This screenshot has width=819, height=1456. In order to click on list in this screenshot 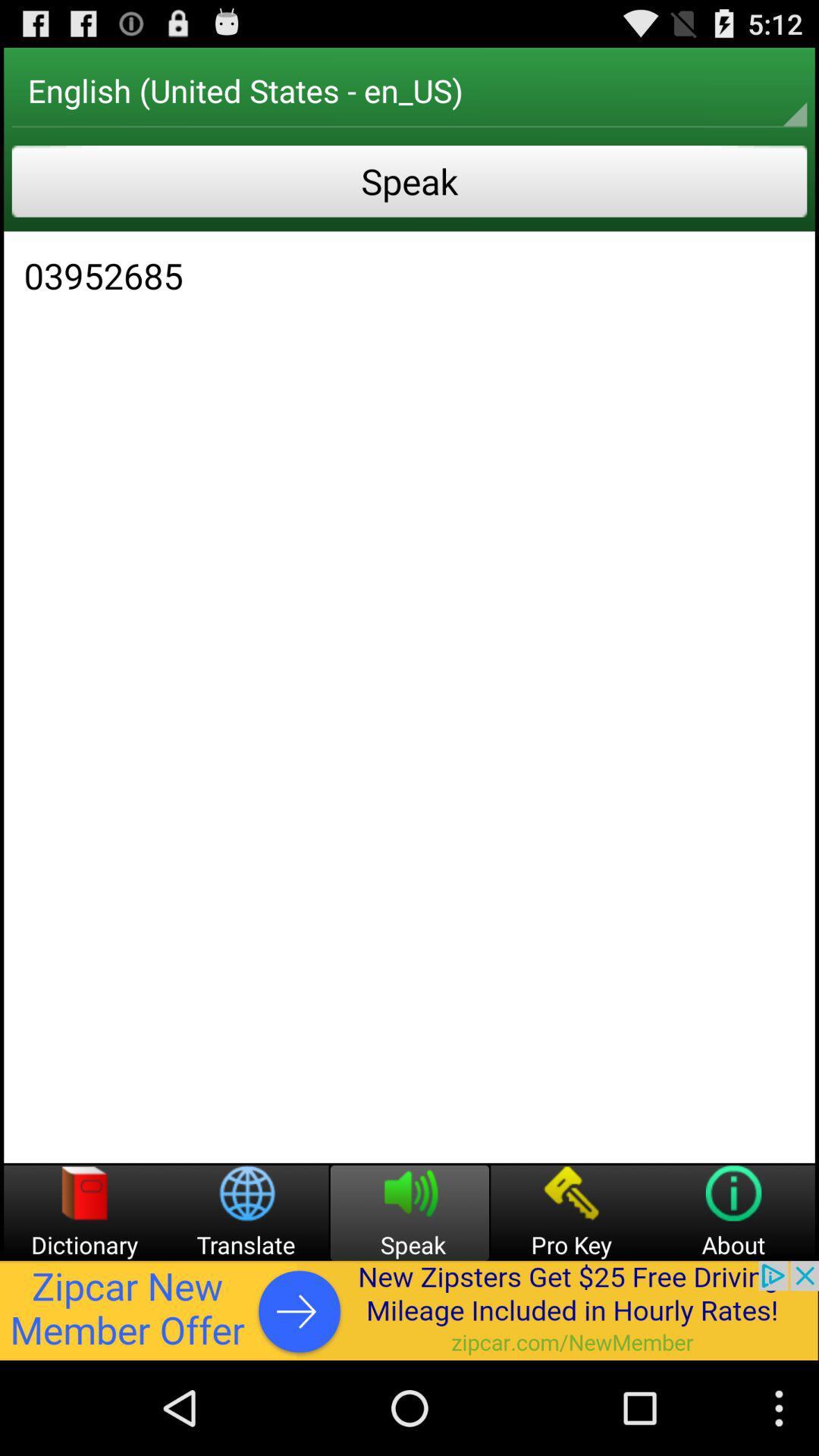, I will do `click(409, 1310)`.